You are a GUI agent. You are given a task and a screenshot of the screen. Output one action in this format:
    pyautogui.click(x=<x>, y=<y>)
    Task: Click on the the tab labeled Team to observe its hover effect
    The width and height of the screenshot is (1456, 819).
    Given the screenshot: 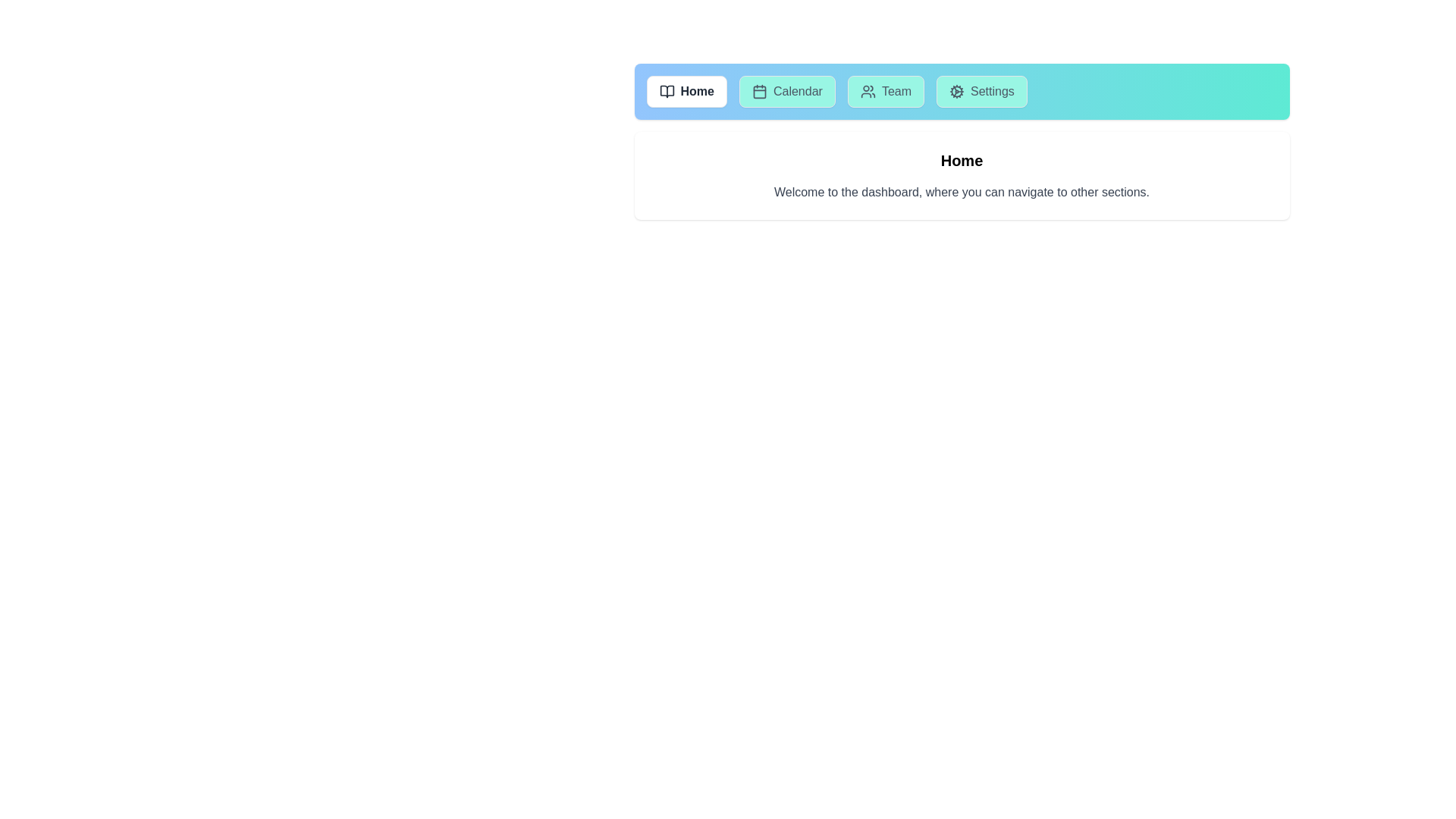 What is the action you would take?
    pyautogui.click(x=886, y=91)
    